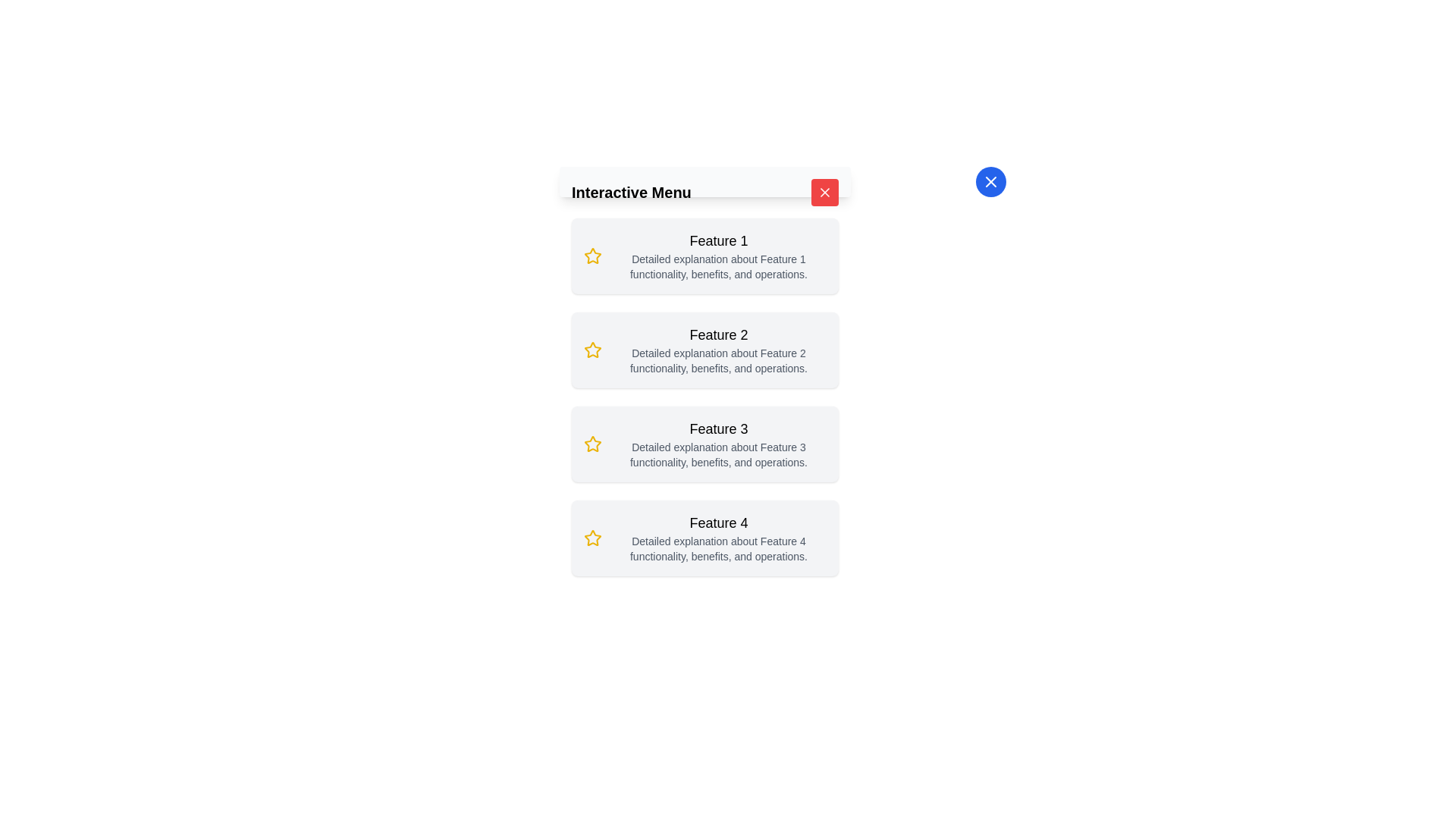 This screenshot has width=1456, height=819. What do you see at coordinates (592, 255) in the screenshot?
I see `the yellow star icon with a hollow center, which is the first in a vertical list of four similar star icons located on the left side of the interface` at bounding box center [592, 255].